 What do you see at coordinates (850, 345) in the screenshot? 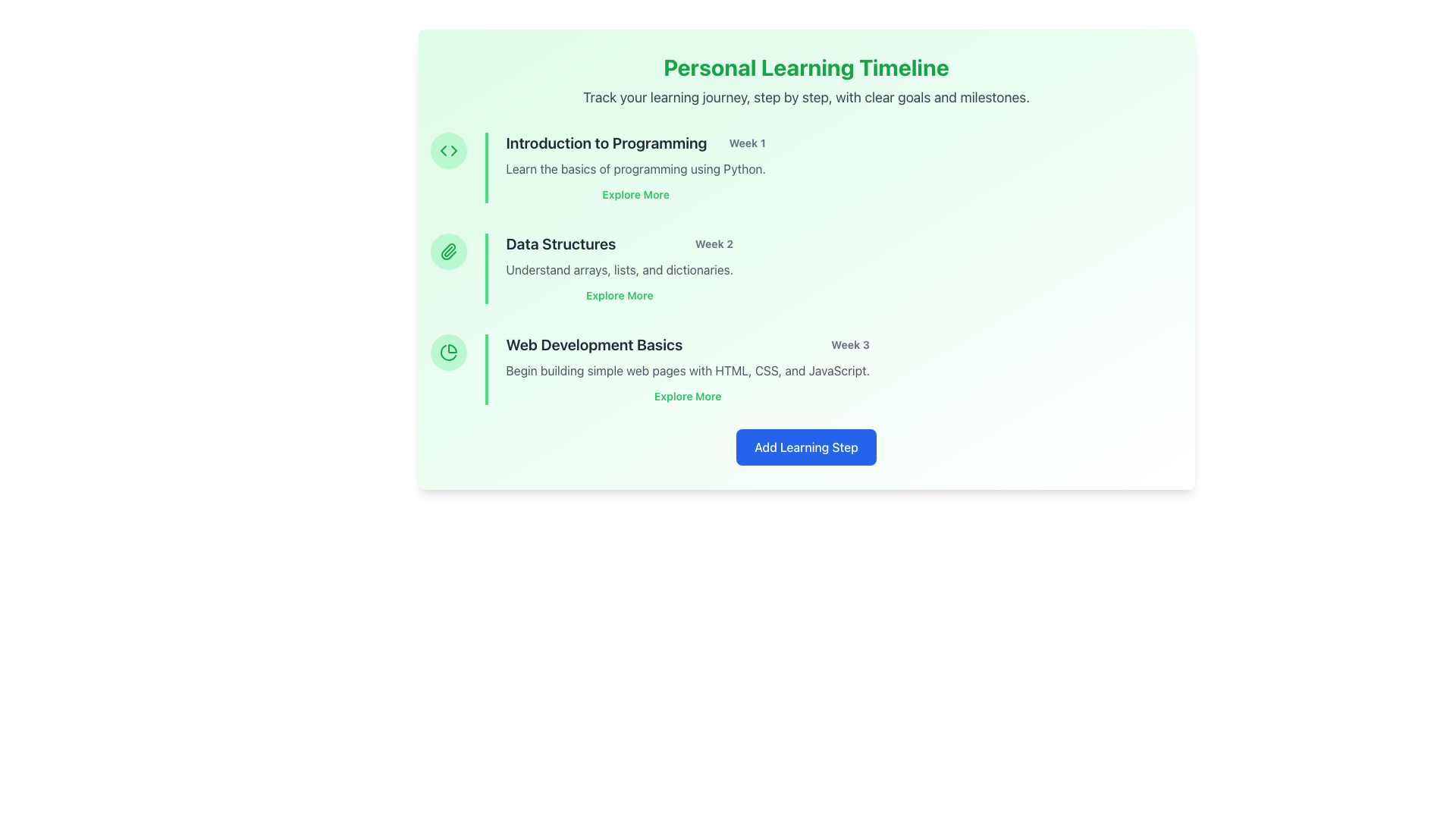
I see `the Text Label that indicates the week number for the 'Web Development Basics' course, located to the right of the course title` at bounding box center [850, 345].